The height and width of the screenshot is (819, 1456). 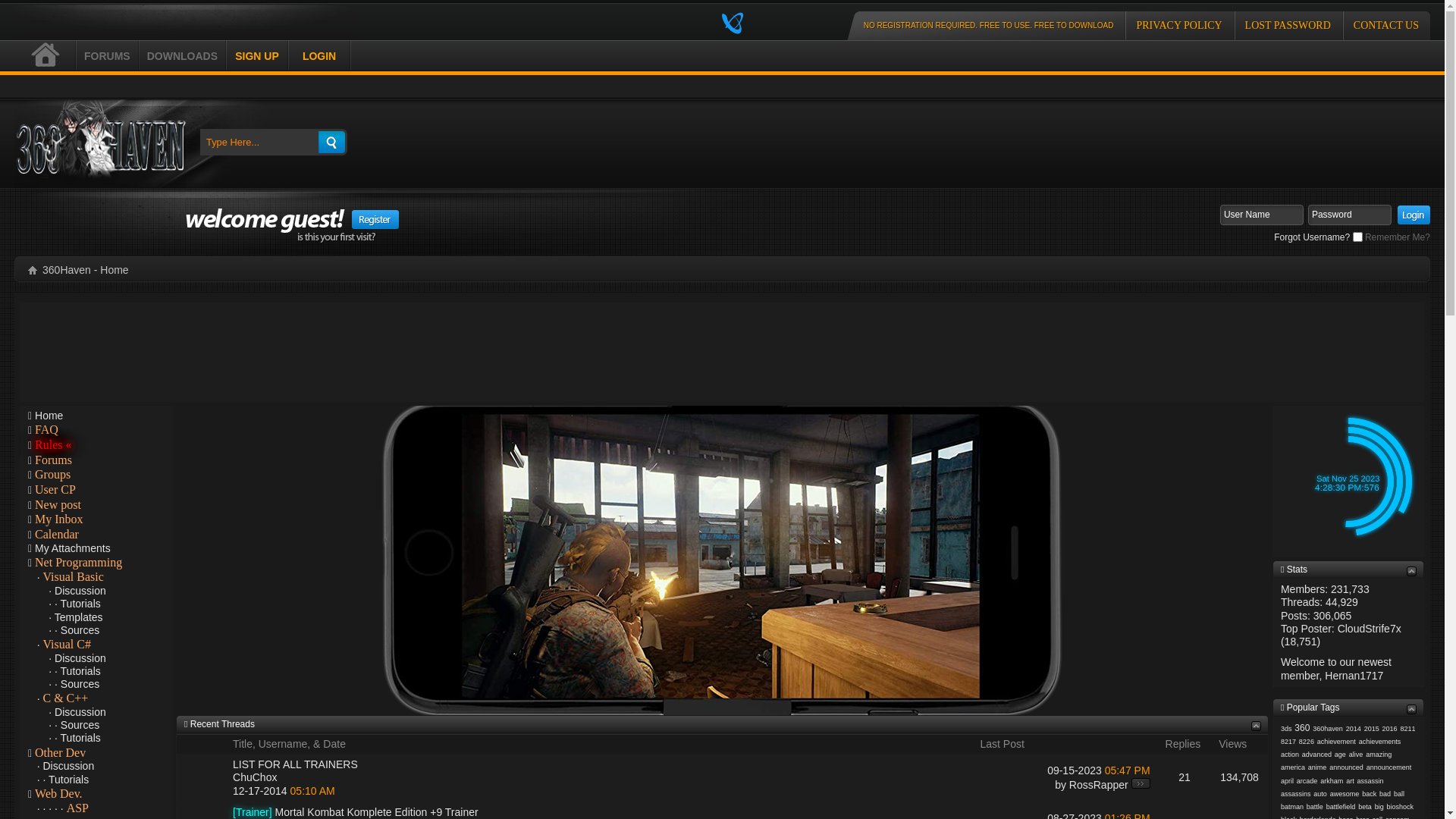 What do you see at coordinates (1316, 767) in the screenshot?
I see `'anime'` at bounding box center [1316, 767].